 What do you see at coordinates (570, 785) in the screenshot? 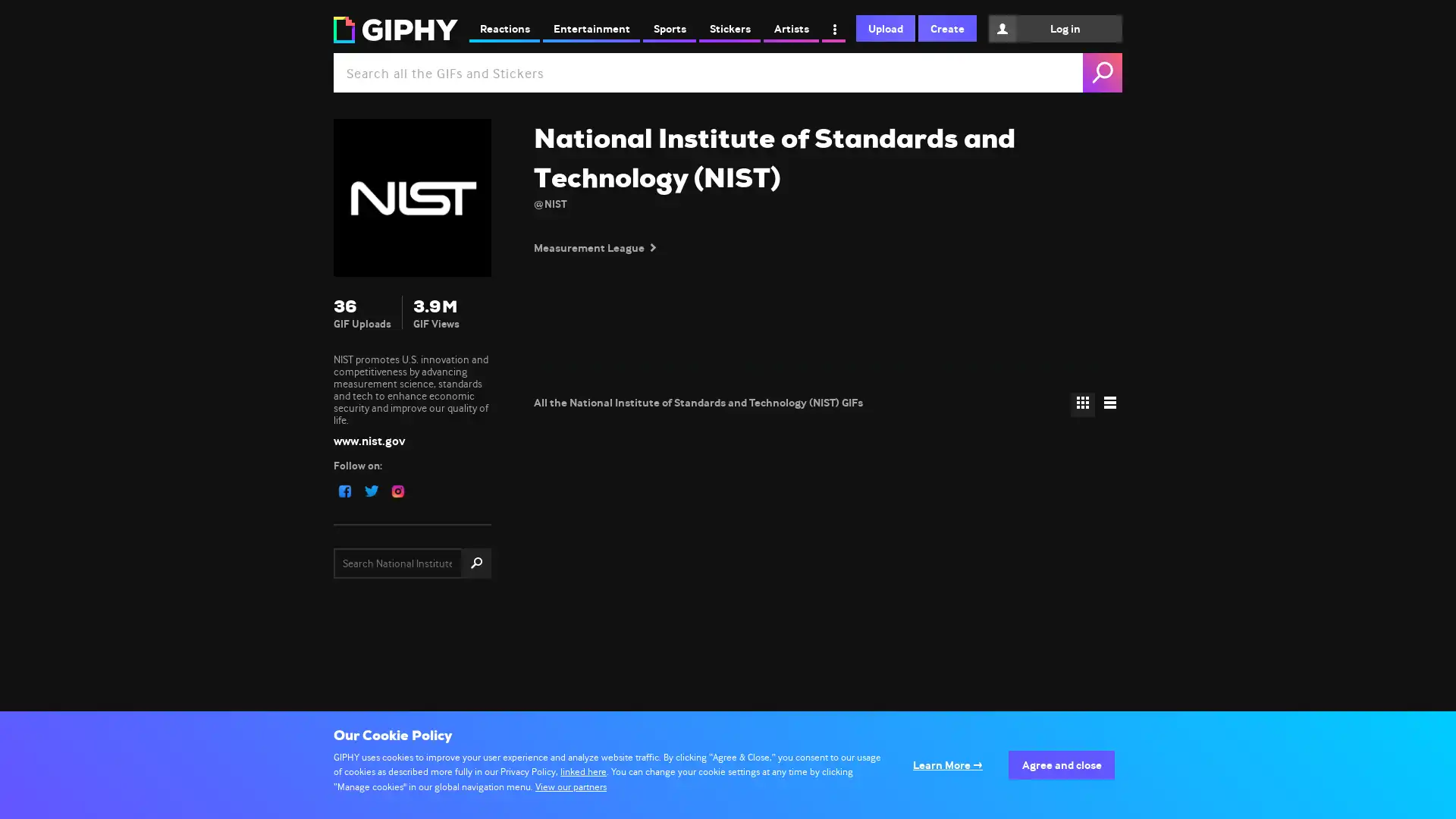
I see `View our partners` at bounding box center [570, 785].